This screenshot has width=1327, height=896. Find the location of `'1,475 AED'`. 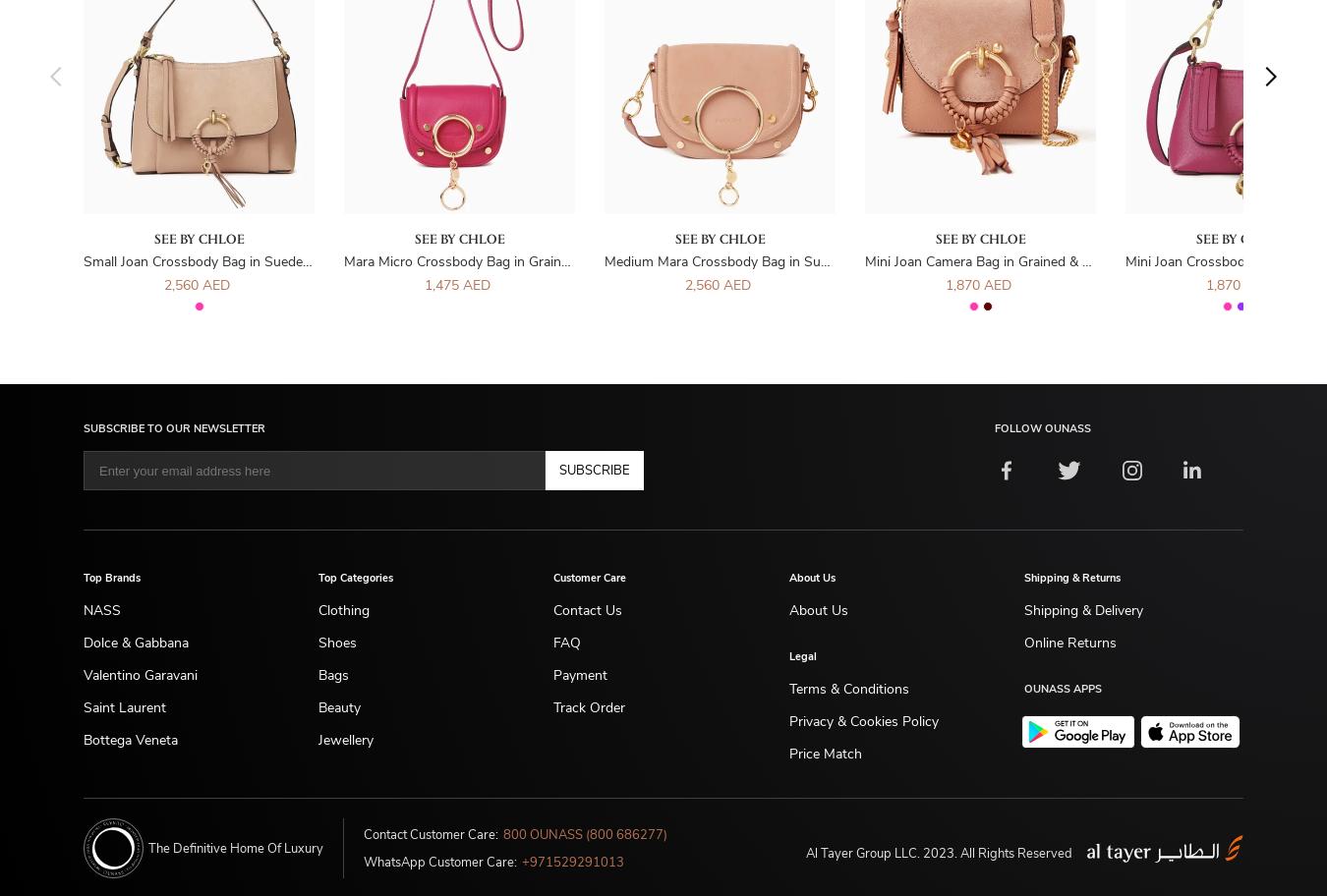

'1,475 AED' is located at coordinates (455, 284).